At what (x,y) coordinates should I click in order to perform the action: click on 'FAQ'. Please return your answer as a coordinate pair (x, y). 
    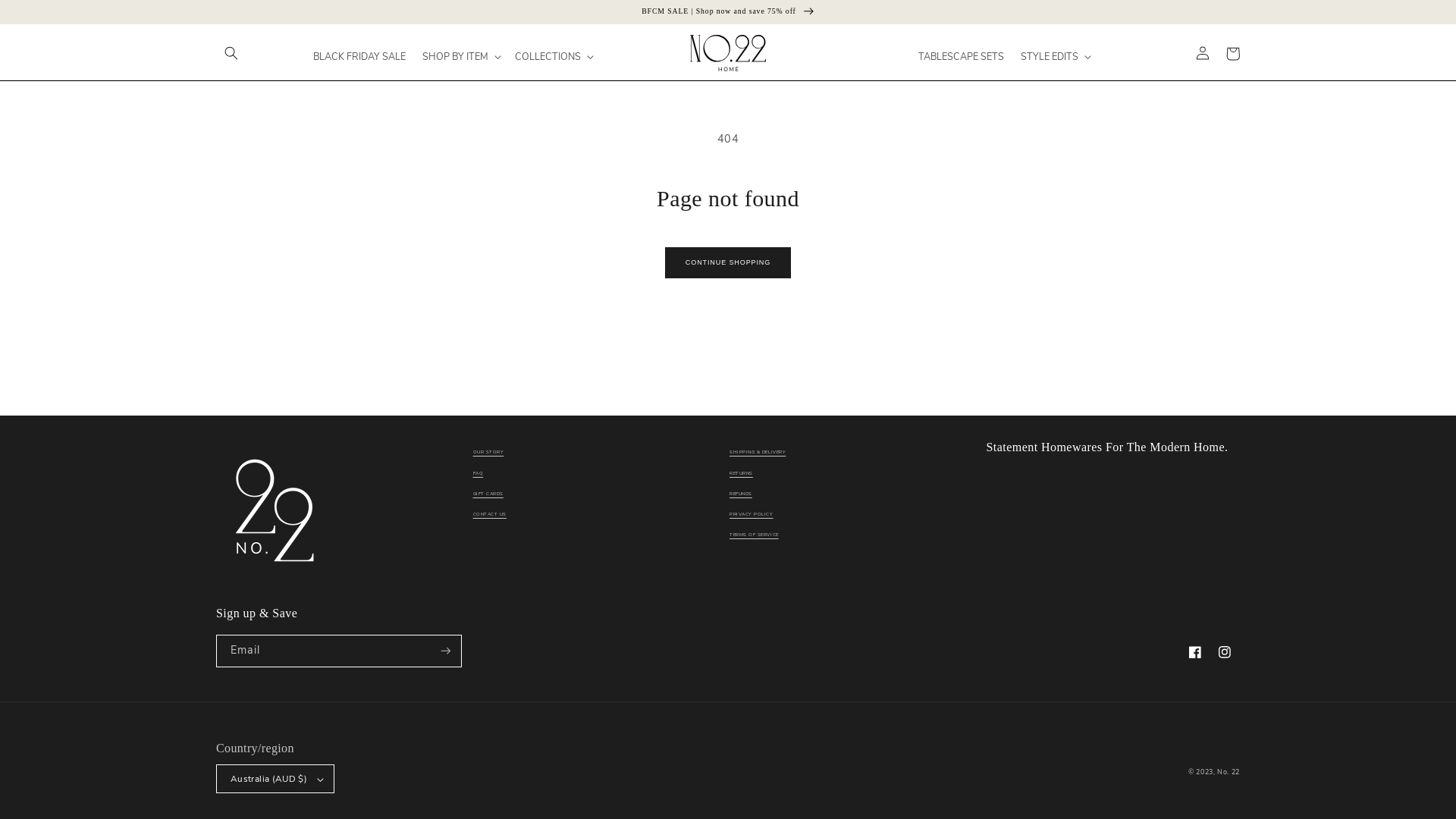
    Looking at the image, I should click on (472, 472).